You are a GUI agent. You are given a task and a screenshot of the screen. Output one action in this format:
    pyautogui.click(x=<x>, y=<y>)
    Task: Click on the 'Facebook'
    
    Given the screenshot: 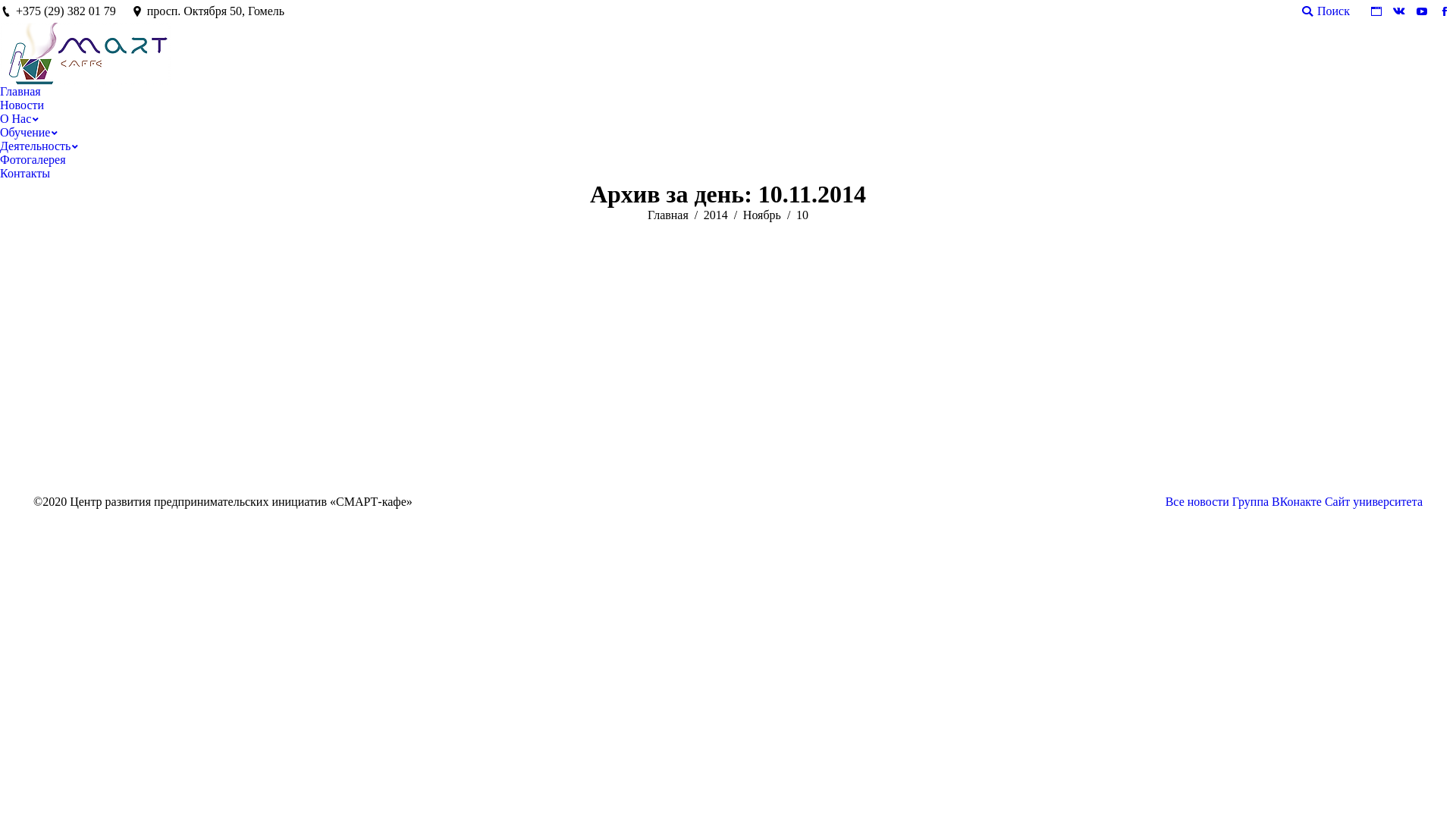 What is the action you would take?
    pyautogui.click(x=1433, y=11)
    